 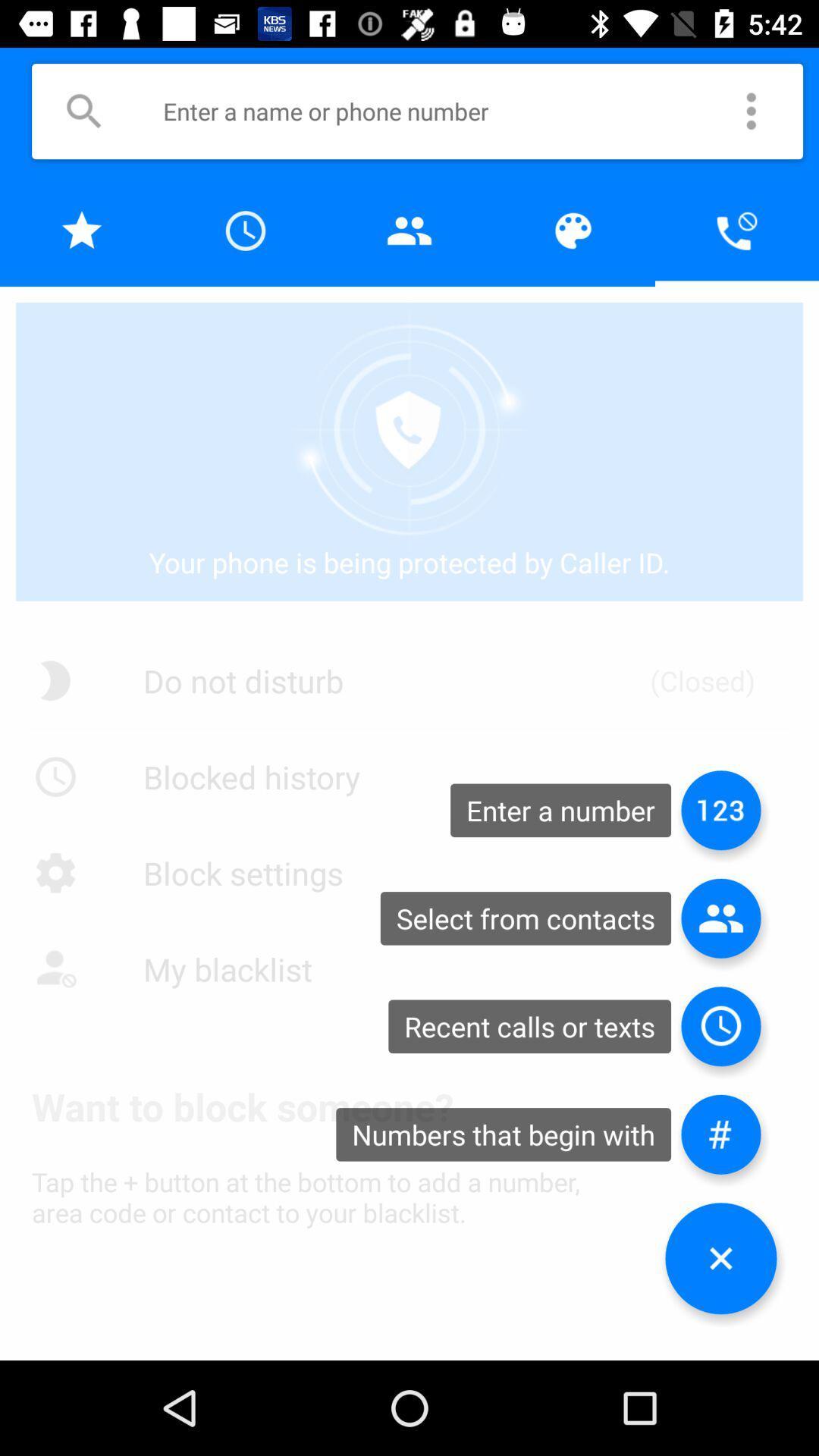 I want to click on the skip_next icon, so click(x=720, y=809).